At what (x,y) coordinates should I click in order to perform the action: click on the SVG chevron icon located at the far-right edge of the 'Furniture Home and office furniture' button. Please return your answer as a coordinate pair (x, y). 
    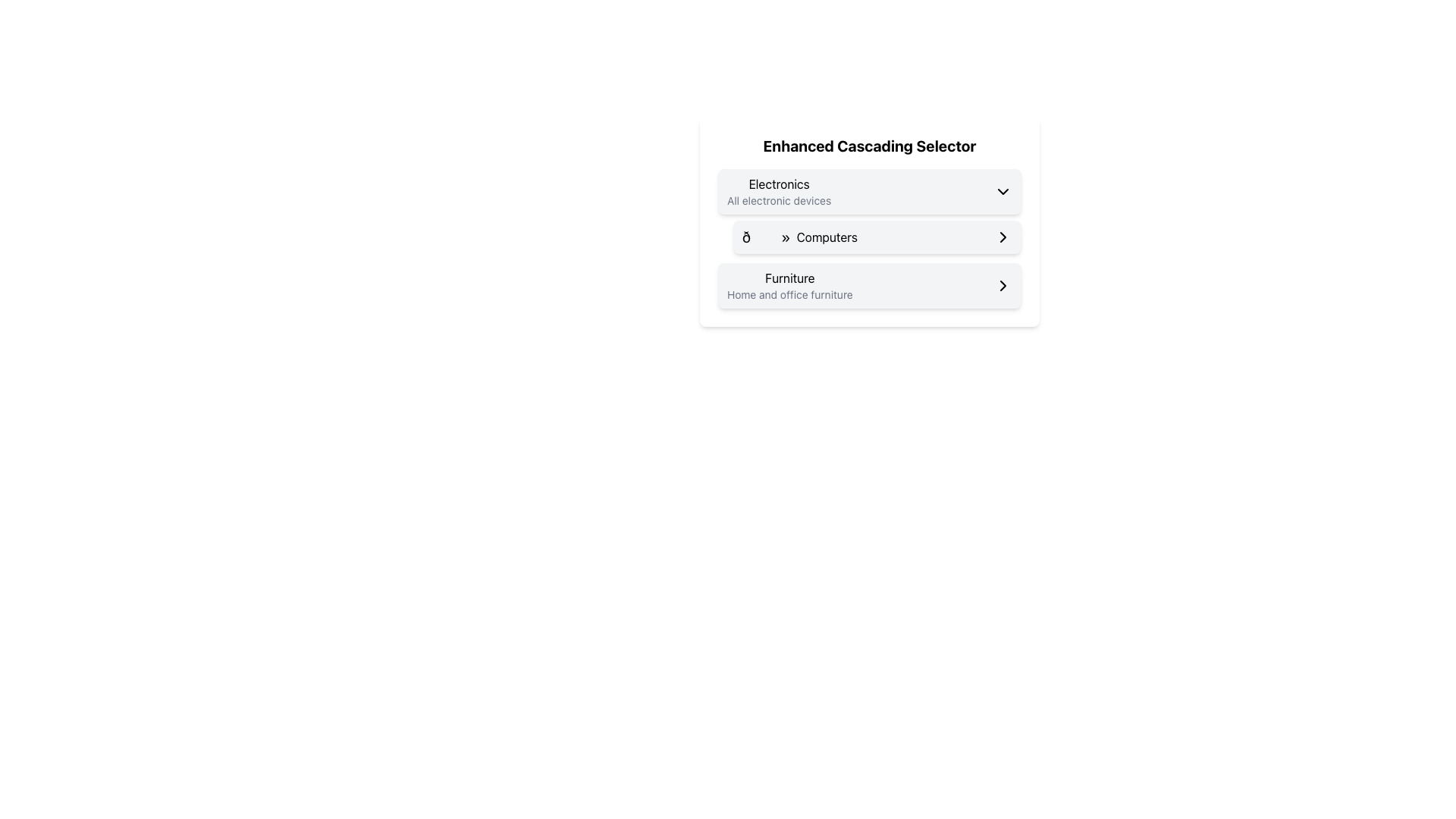
    Looking at the image, I should click on (1003, 286).